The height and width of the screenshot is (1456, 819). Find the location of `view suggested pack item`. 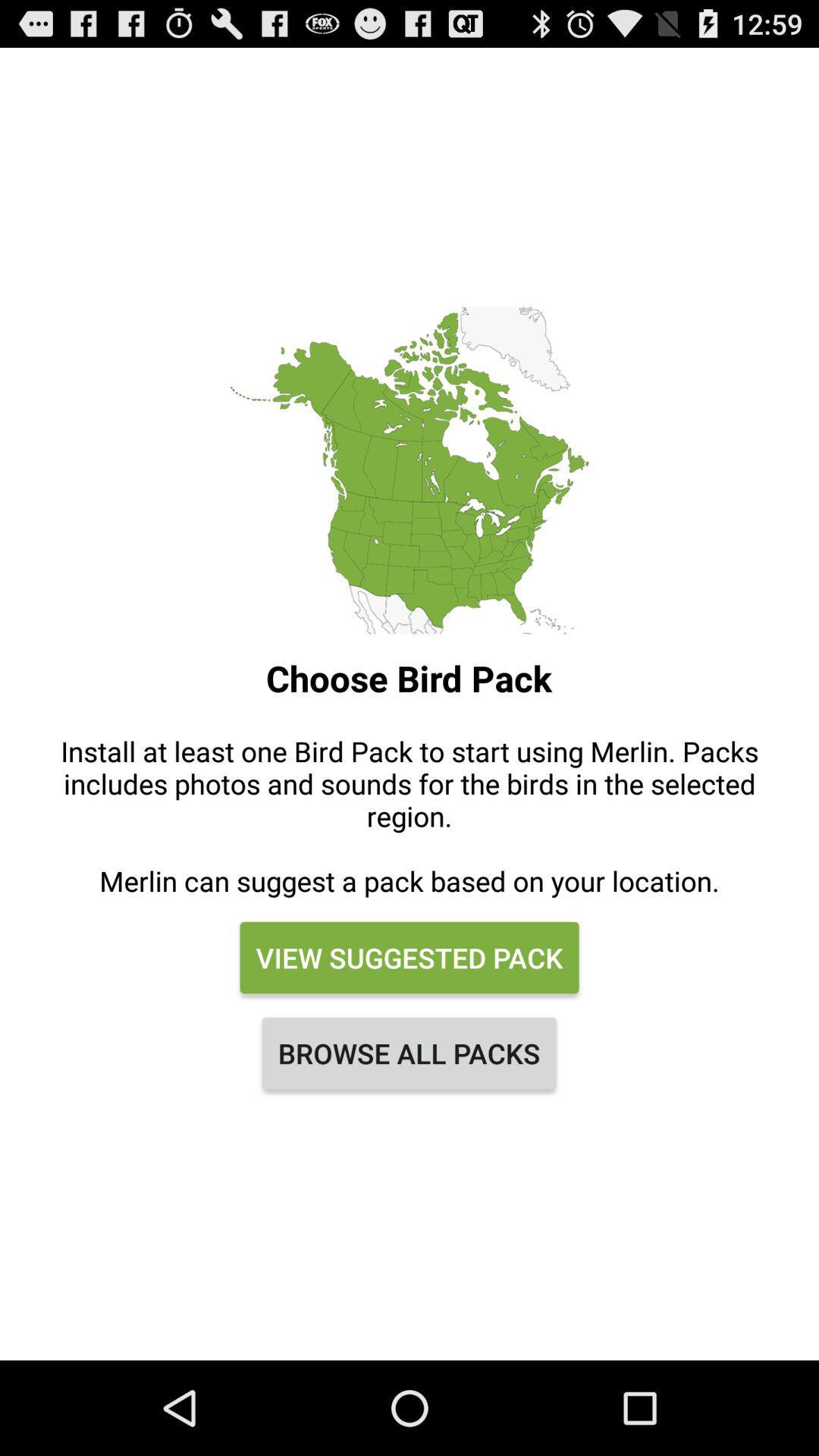

view suggested pack item is located at coordinates (409, 956).